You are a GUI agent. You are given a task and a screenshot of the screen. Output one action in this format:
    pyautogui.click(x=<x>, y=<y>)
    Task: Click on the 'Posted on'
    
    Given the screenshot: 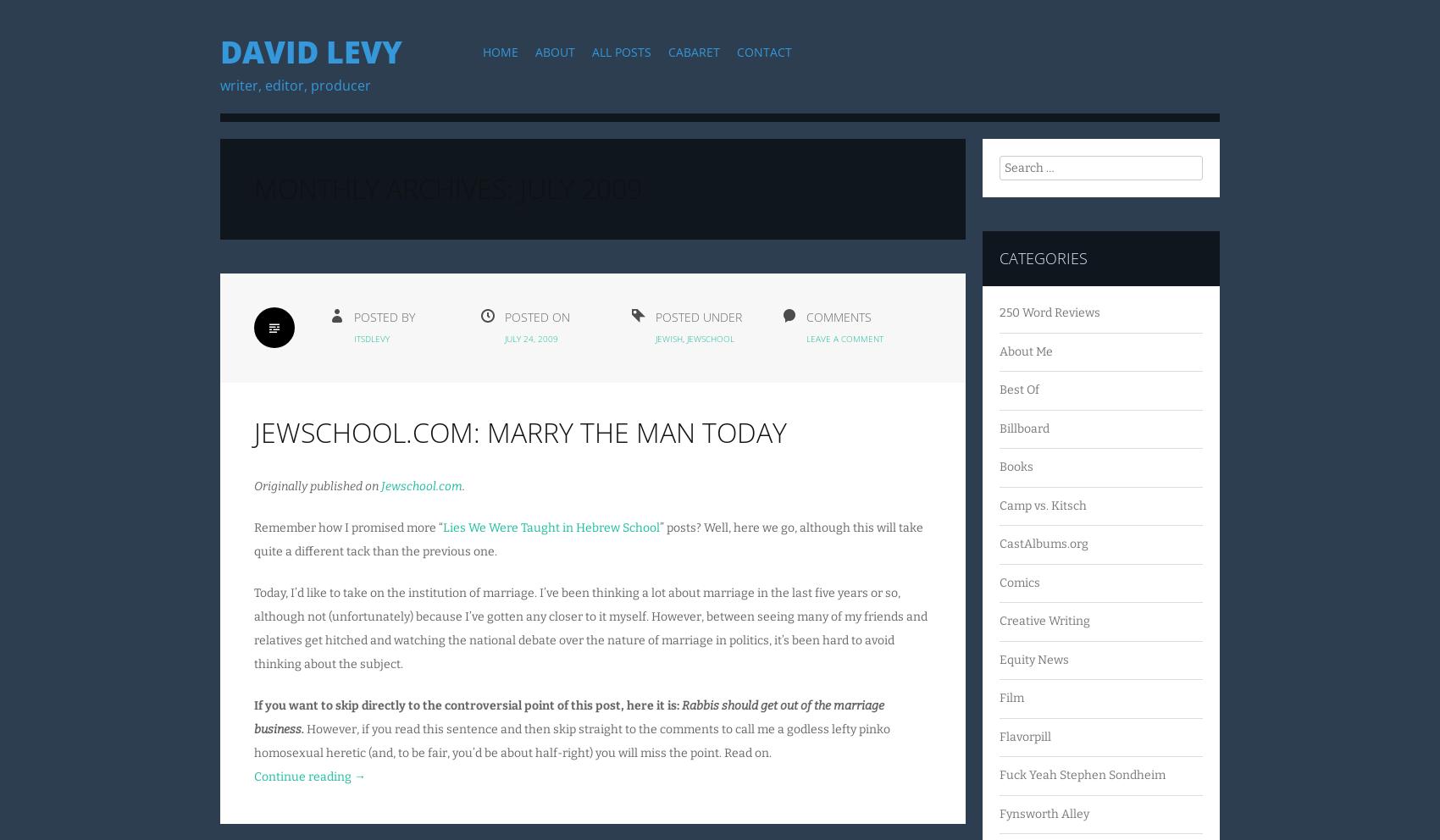 What is the action you would take?
    pyautogui.click(x=536, y=316)
    